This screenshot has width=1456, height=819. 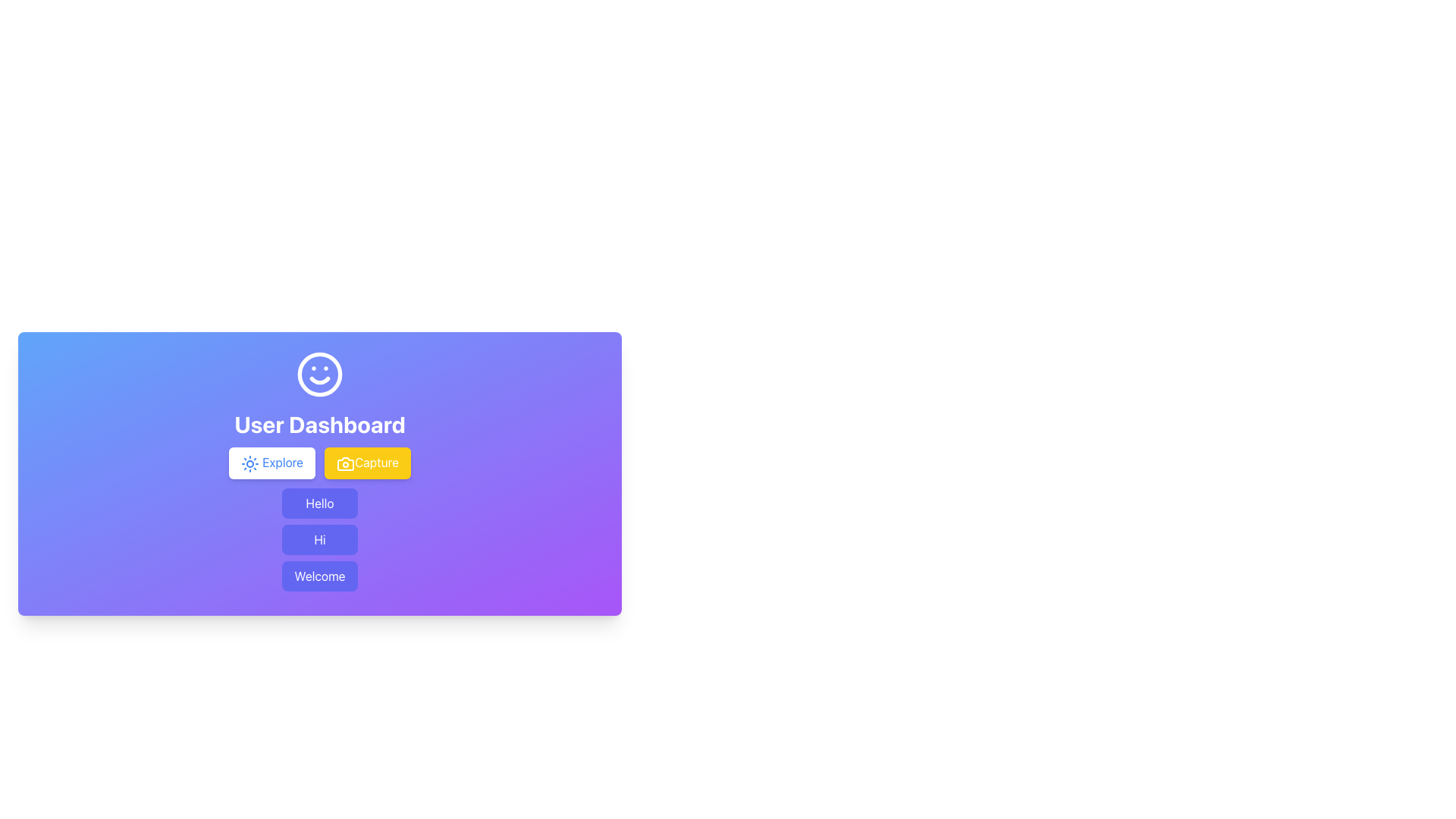 What do you see at coordinates (368, 462) in the screenshot?
I see `the 'Capture' button located beneath the 'User Dashboard' title, which is the second button from the left in a horizontal group of buttons` at bounding box center [368, 462].